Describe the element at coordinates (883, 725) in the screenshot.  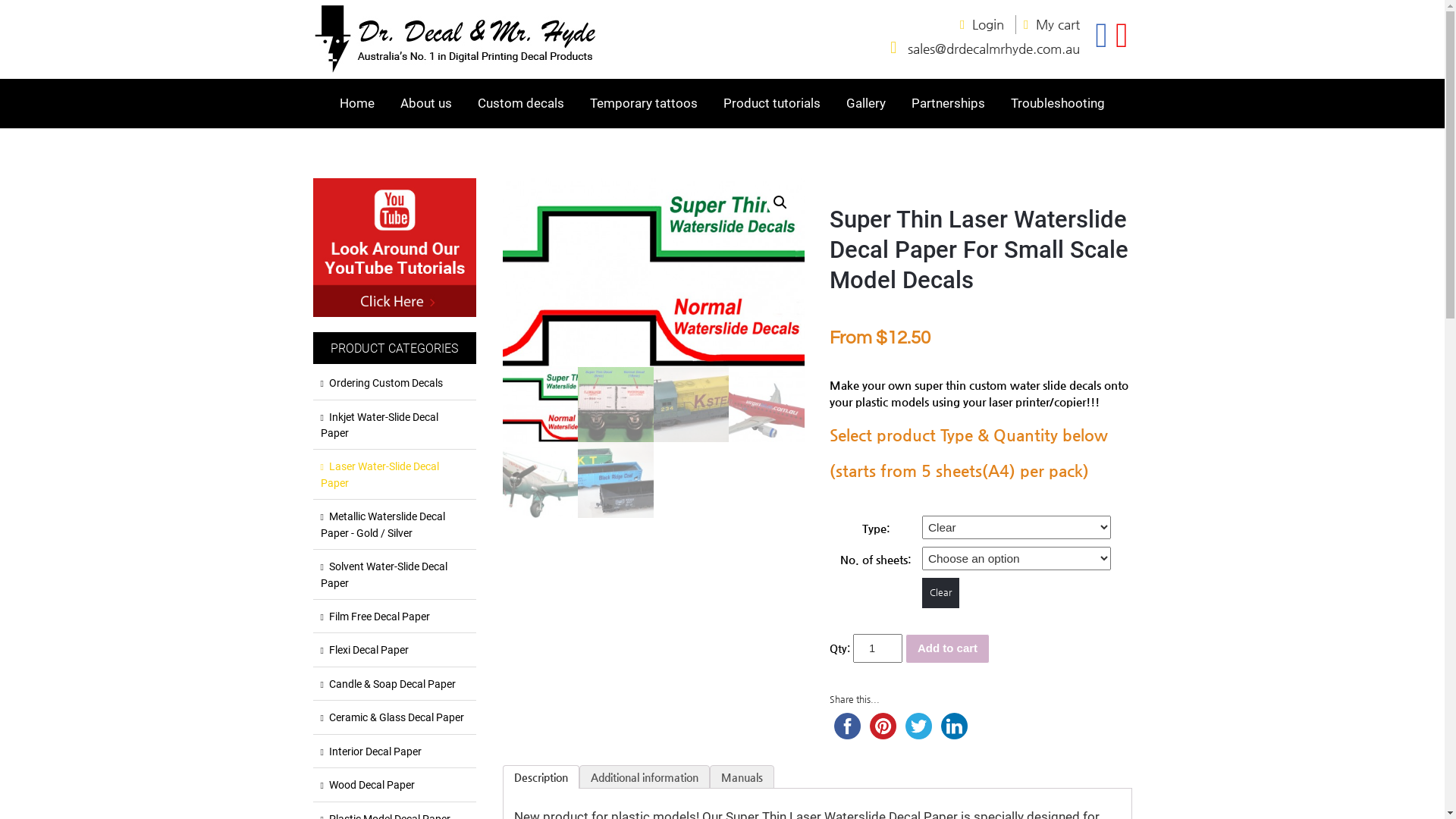
I see `'Pinterest'` at that location.